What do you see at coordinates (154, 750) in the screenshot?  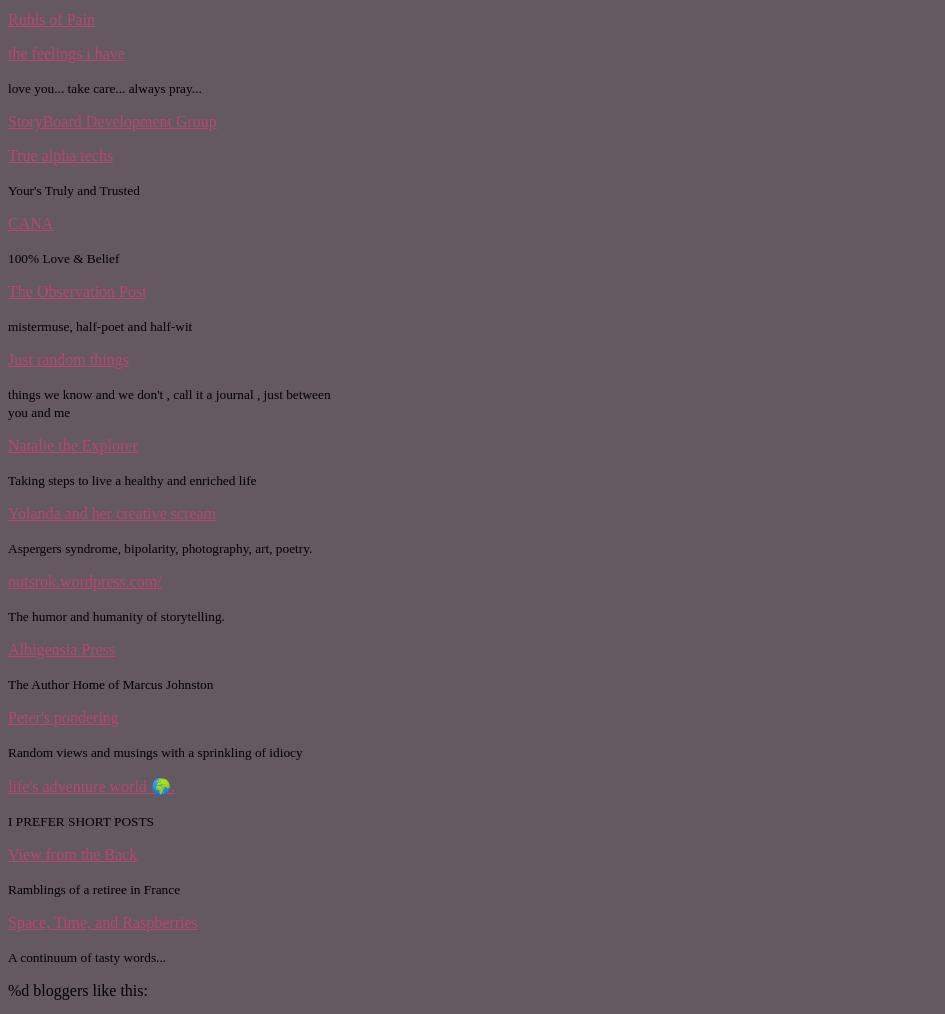 I see `'Random views and musings with a sprinkling of idiocy'` at bounding box center [154, 750].